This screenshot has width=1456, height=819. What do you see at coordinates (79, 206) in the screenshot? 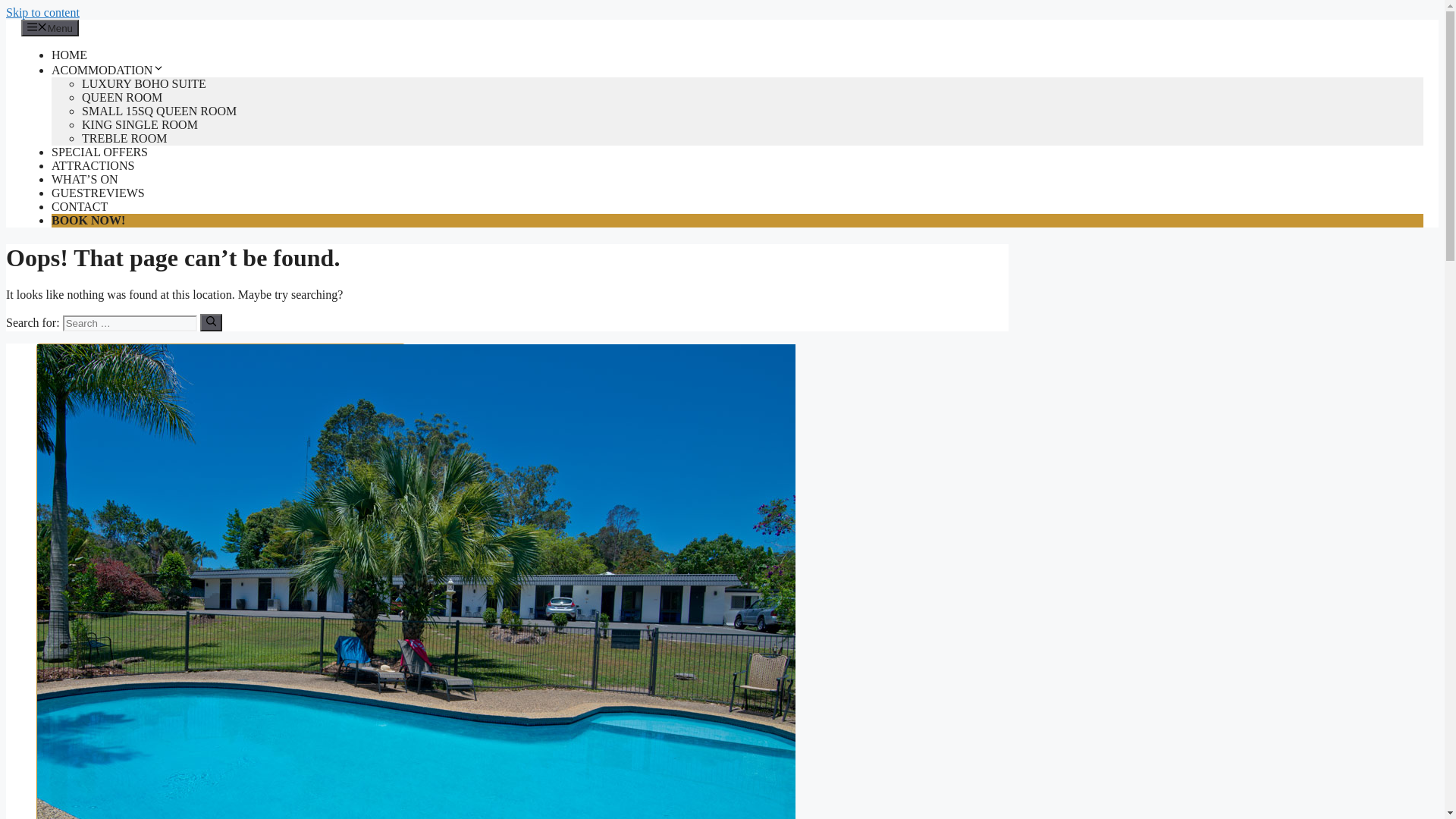
I see `'CONTACT'` at bounding box center [79, 206].